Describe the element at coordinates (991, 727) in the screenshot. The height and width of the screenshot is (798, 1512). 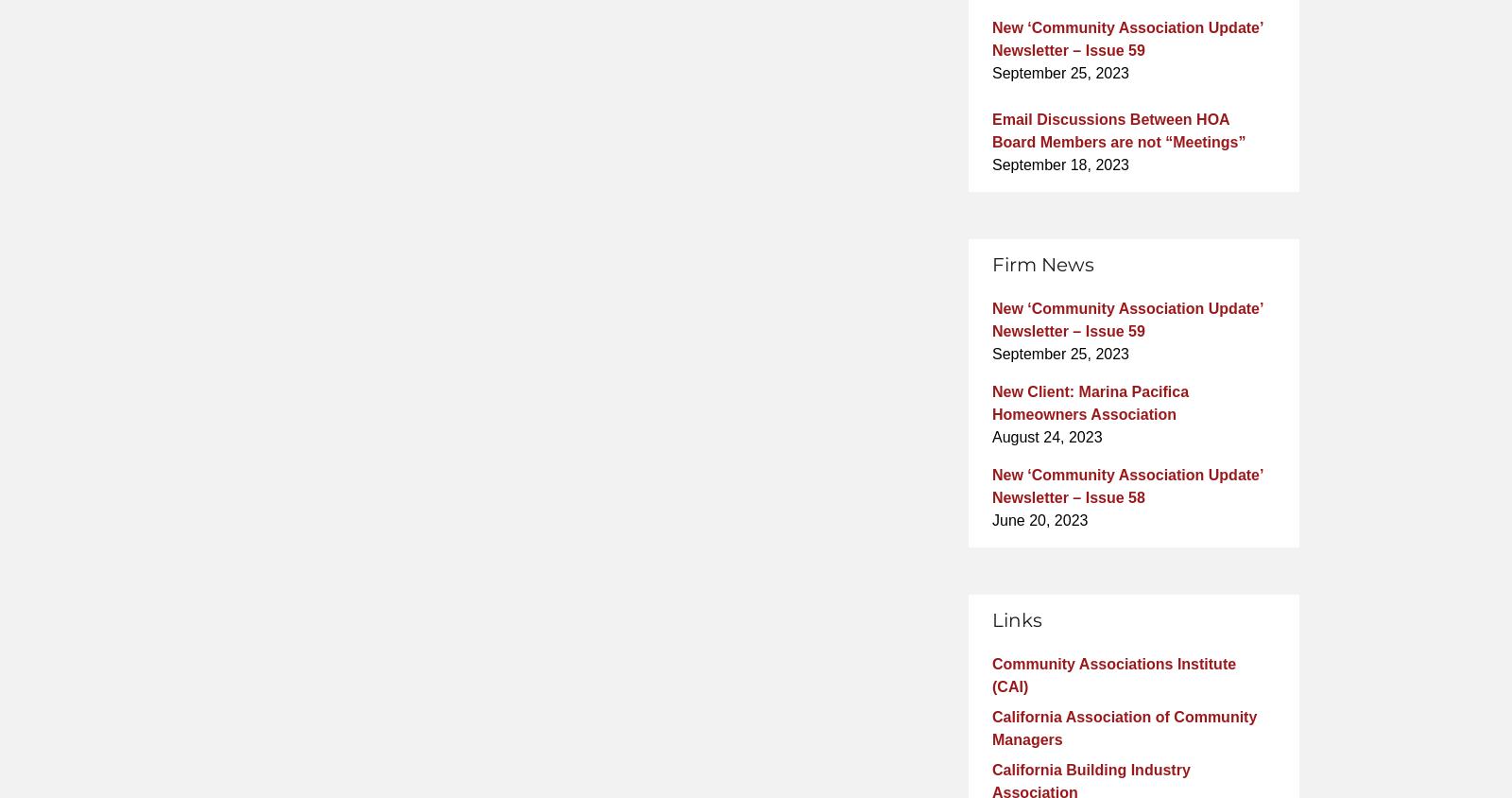
I see `'California Association of Community Managers'` at that location.